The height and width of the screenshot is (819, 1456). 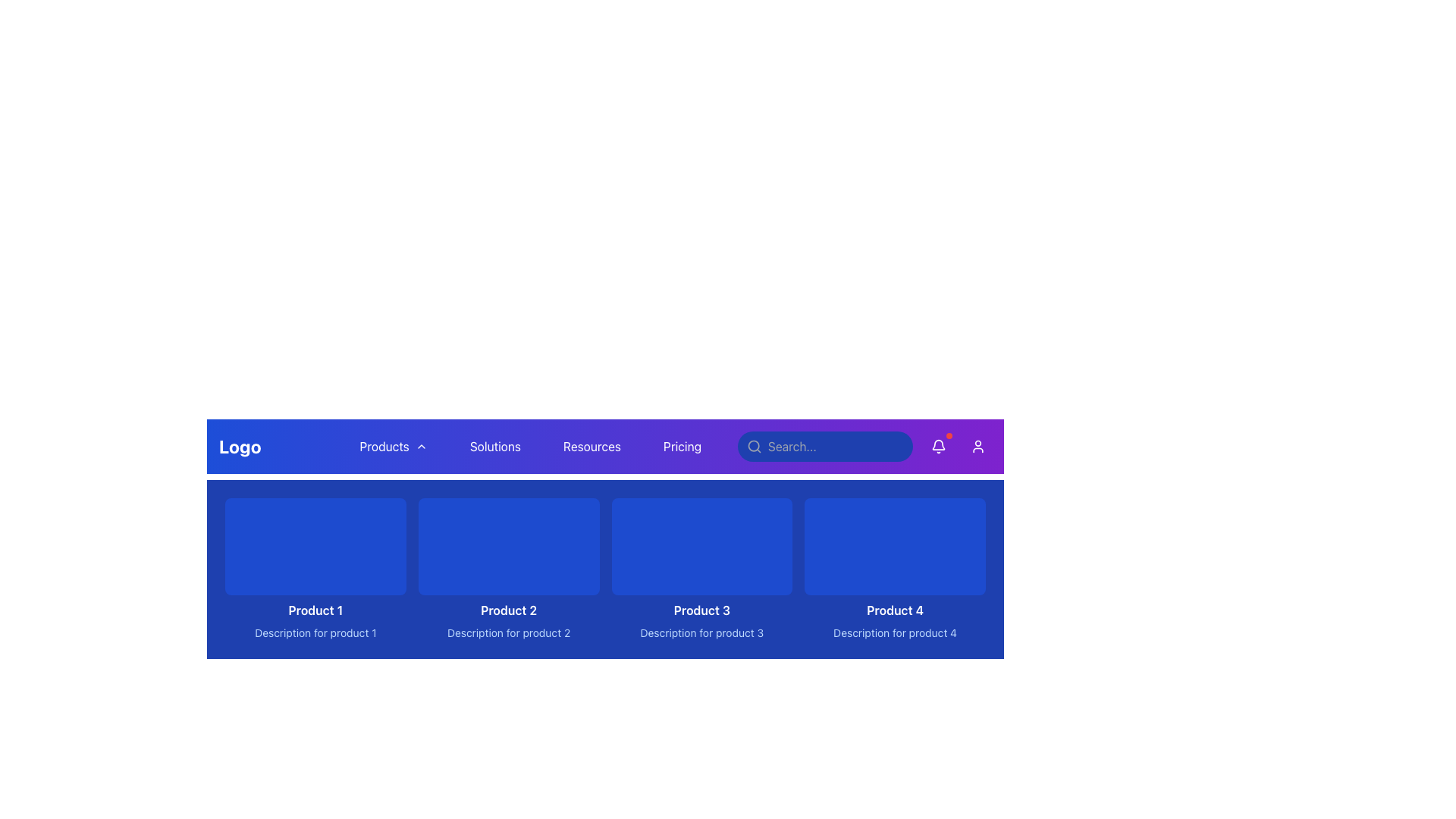 What do you see at coordinates (421, 446) in the screenshot?
I see `the chevron-down icon located to the right of the 'Products' button in the header's navigation bar` at bounding box center [421, 446].